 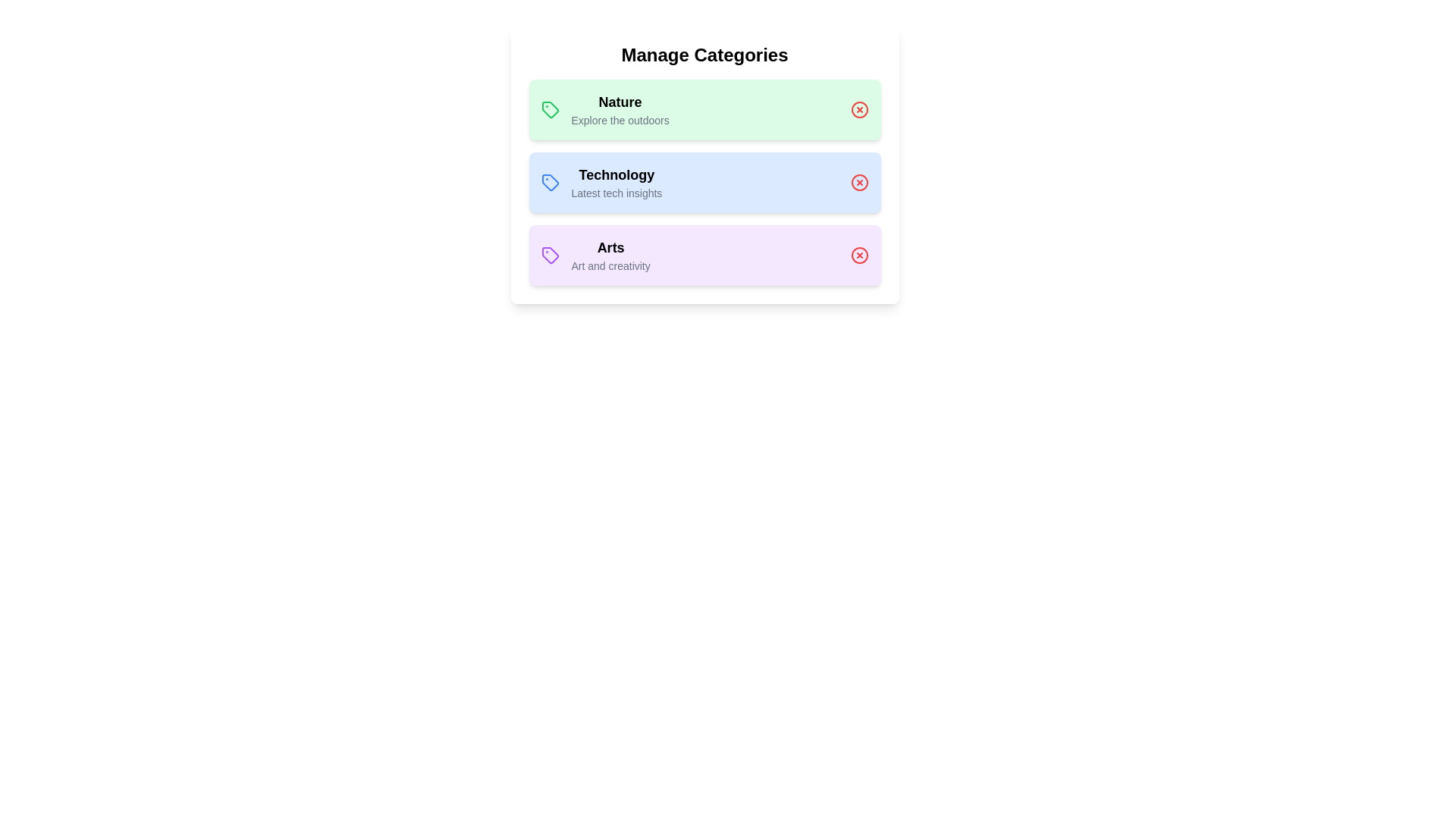 I want to click on the icon representing the category Technology, so click(x=549, y=181).